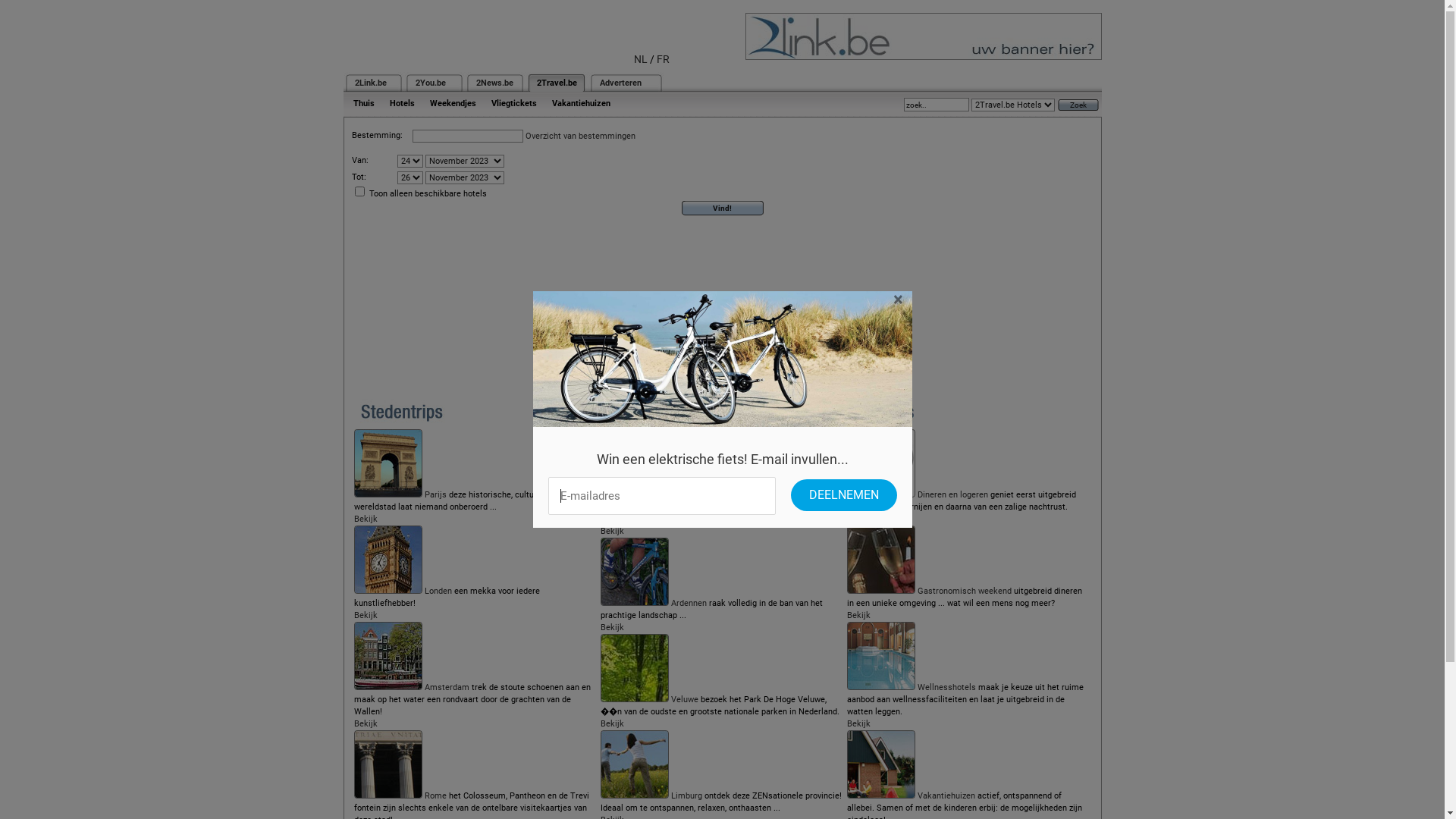 The image size is (1456, 819). I want to click on 'Vliegtickets', so click(513, 102).